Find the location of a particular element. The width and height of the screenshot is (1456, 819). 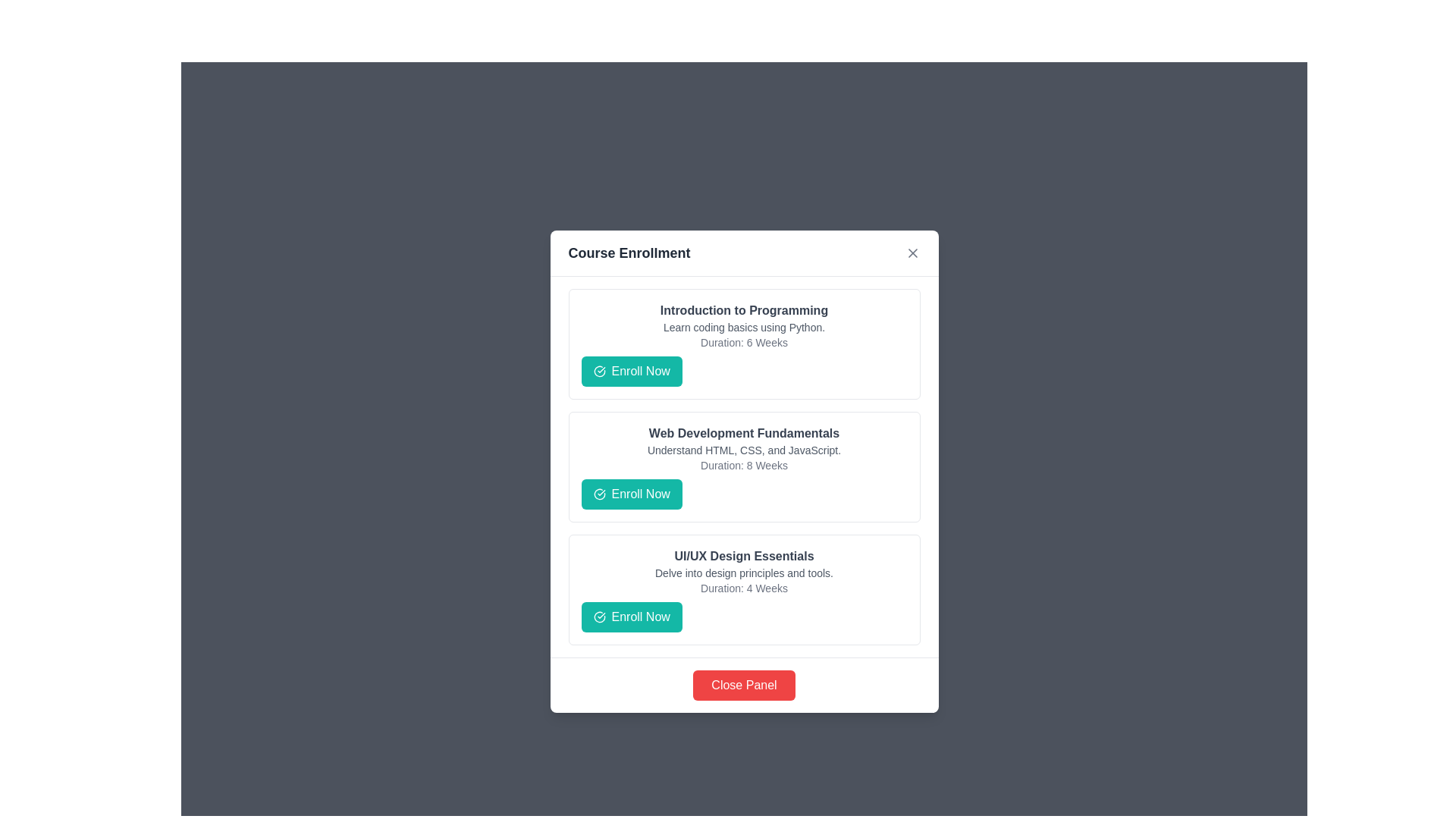

the 'Enroll Now' button with a teal blue background and white text, located in the 'Introduction to Programming' course card is located at coordinates (632, 371).